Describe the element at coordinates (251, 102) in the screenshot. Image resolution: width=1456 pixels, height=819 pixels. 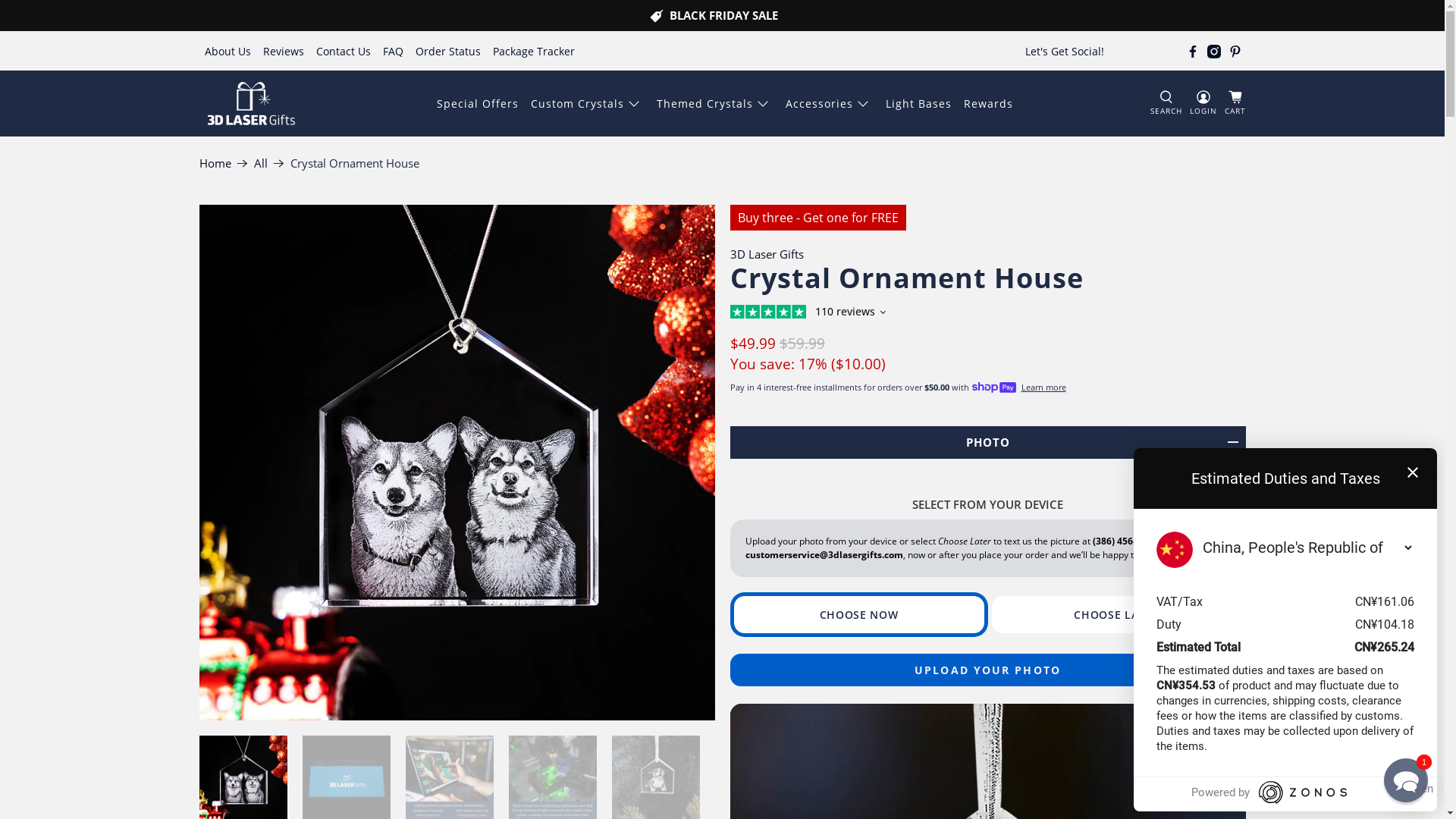
I see `'3D Laser Gifts'` at that location.